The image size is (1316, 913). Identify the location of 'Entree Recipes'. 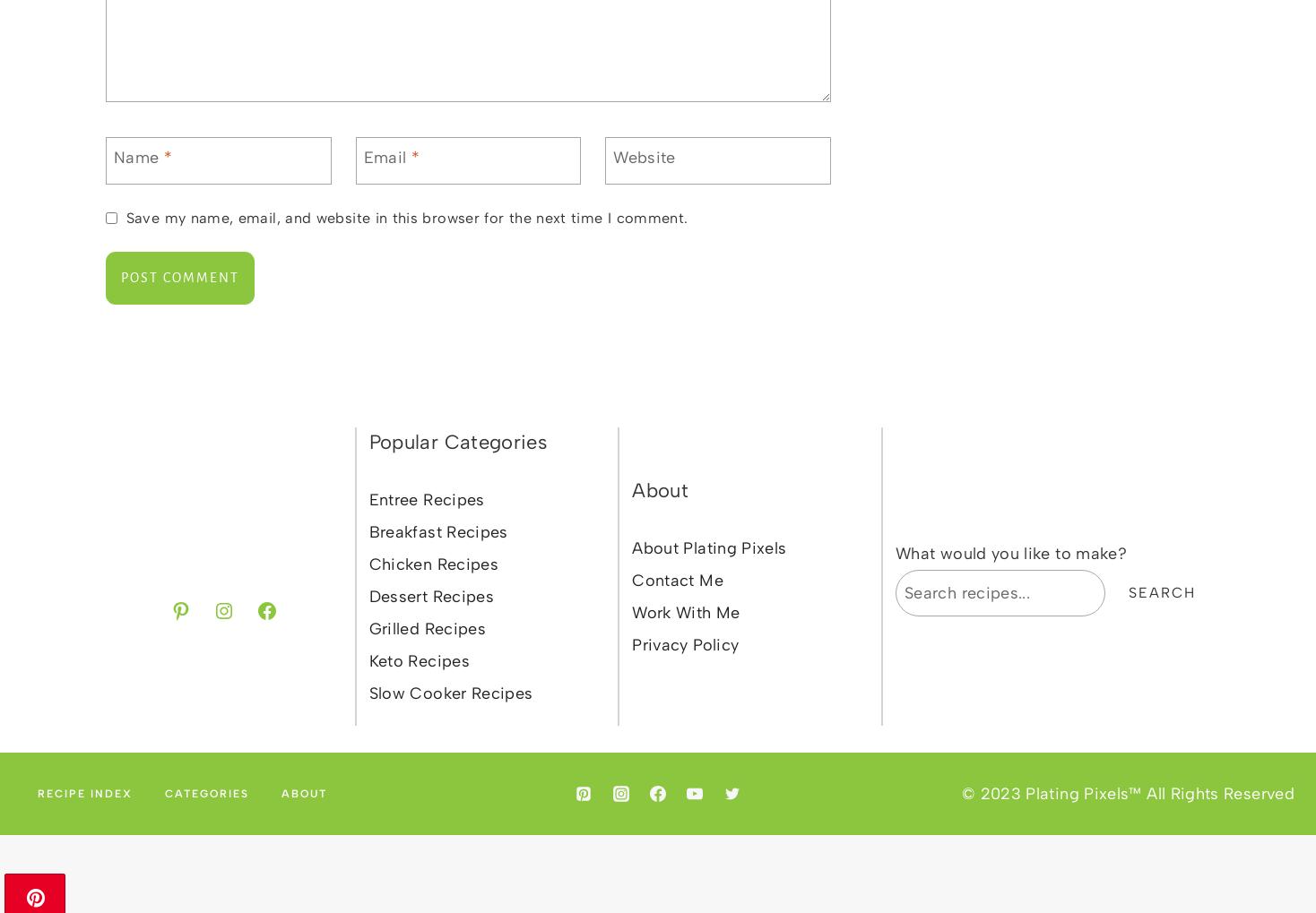
(426, 499).